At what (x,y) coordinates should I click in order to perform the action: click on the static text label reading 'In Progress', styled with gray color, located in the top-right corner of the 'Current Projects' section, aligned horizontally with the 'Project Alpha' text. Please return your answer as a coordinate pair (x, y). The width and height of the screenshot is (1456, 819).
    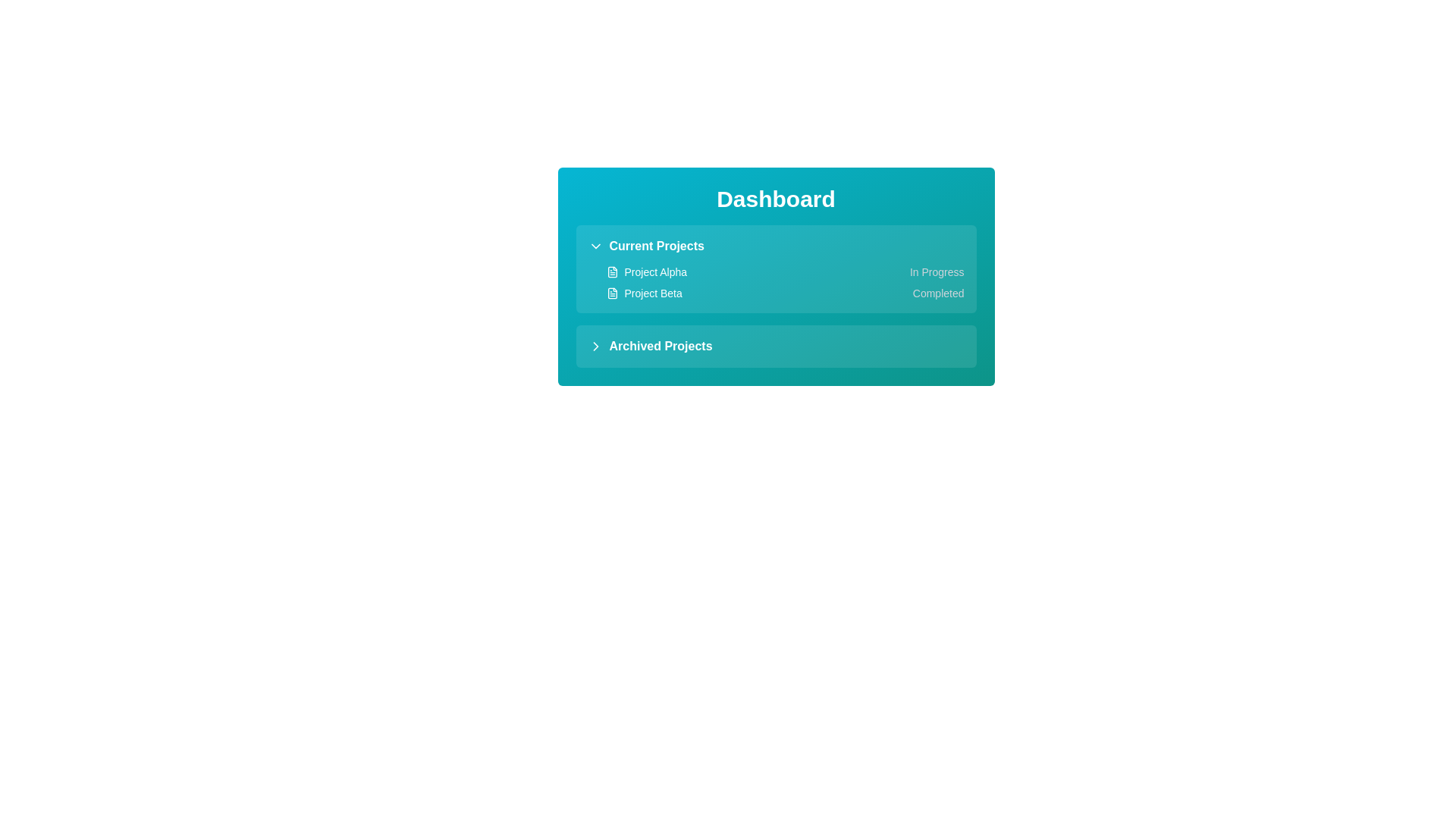
    Looking at the image, I should click on (936, 271).